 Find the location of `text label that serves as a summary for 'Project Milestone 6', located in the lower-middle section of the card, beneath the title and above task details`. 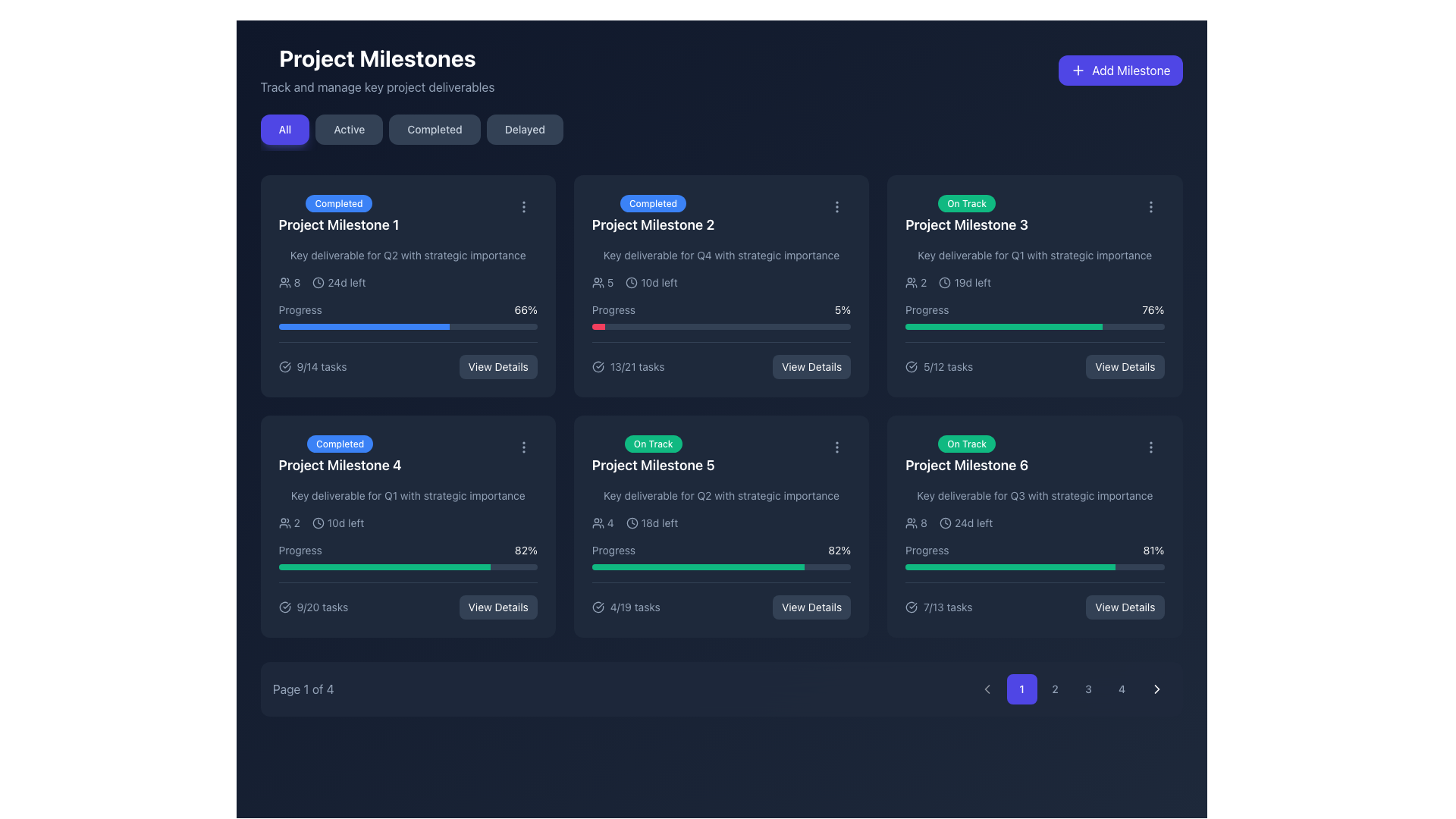

text label that serves as a summary for 'Project Milestone 6', located in the lower-middle section of the card, beneath the title and above task details is located at coordinates (1034, 496).